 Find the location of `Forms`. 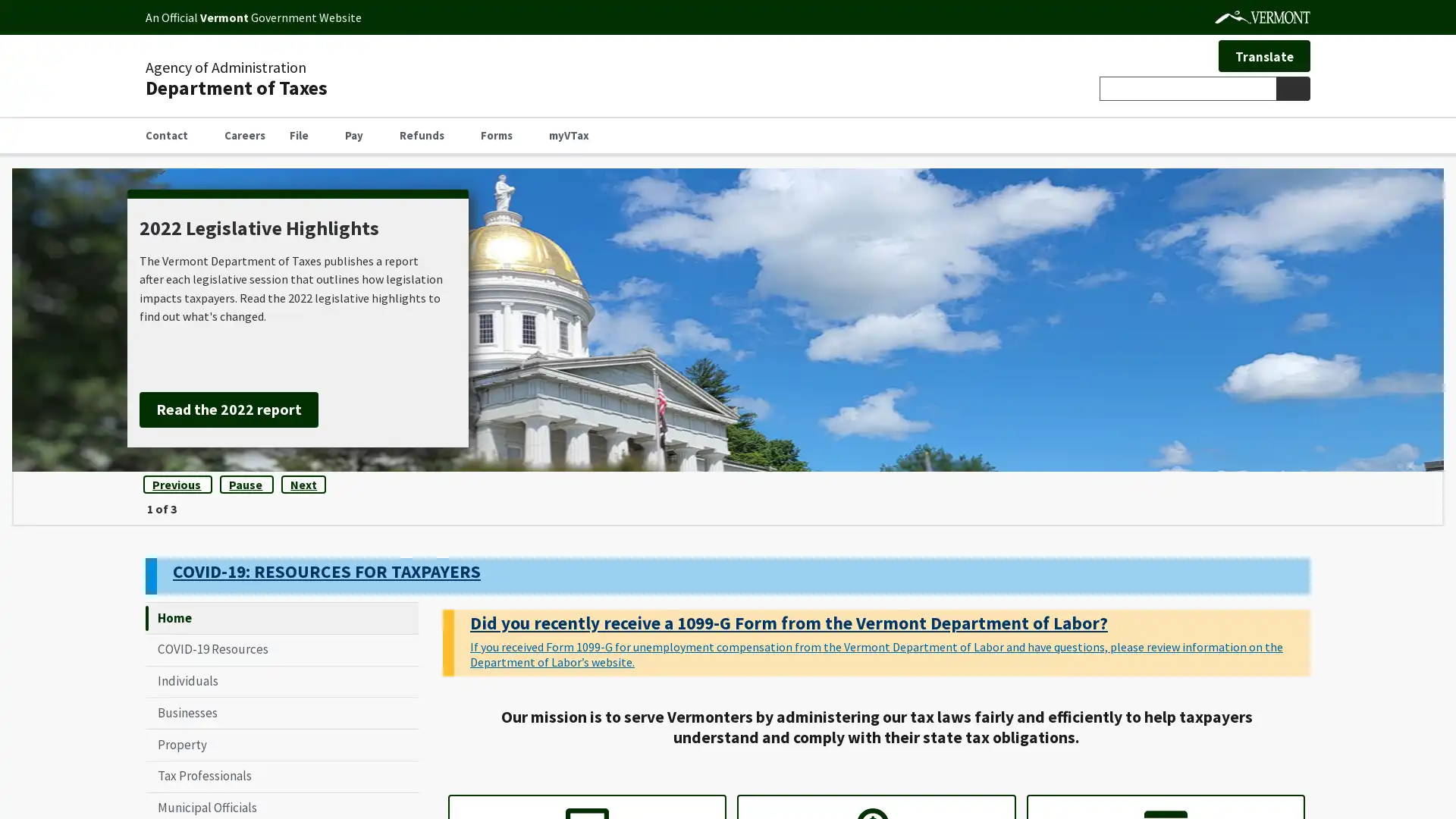

Forms is located at coordinates (502, 133).